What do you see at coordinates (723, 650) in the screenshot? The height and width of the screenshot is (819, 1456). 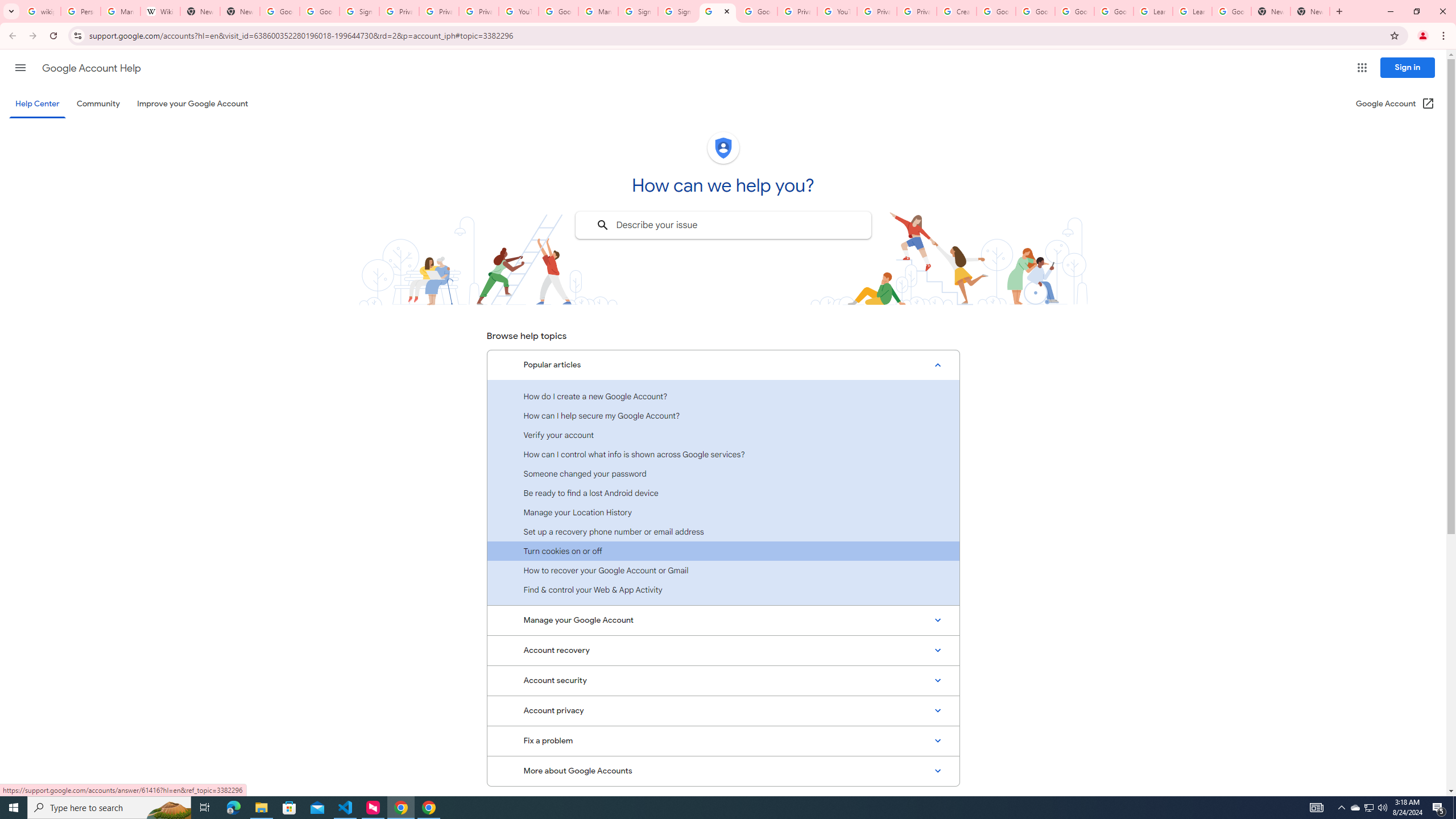 I see `'Account recovery'` at bounding box center [723, 650].